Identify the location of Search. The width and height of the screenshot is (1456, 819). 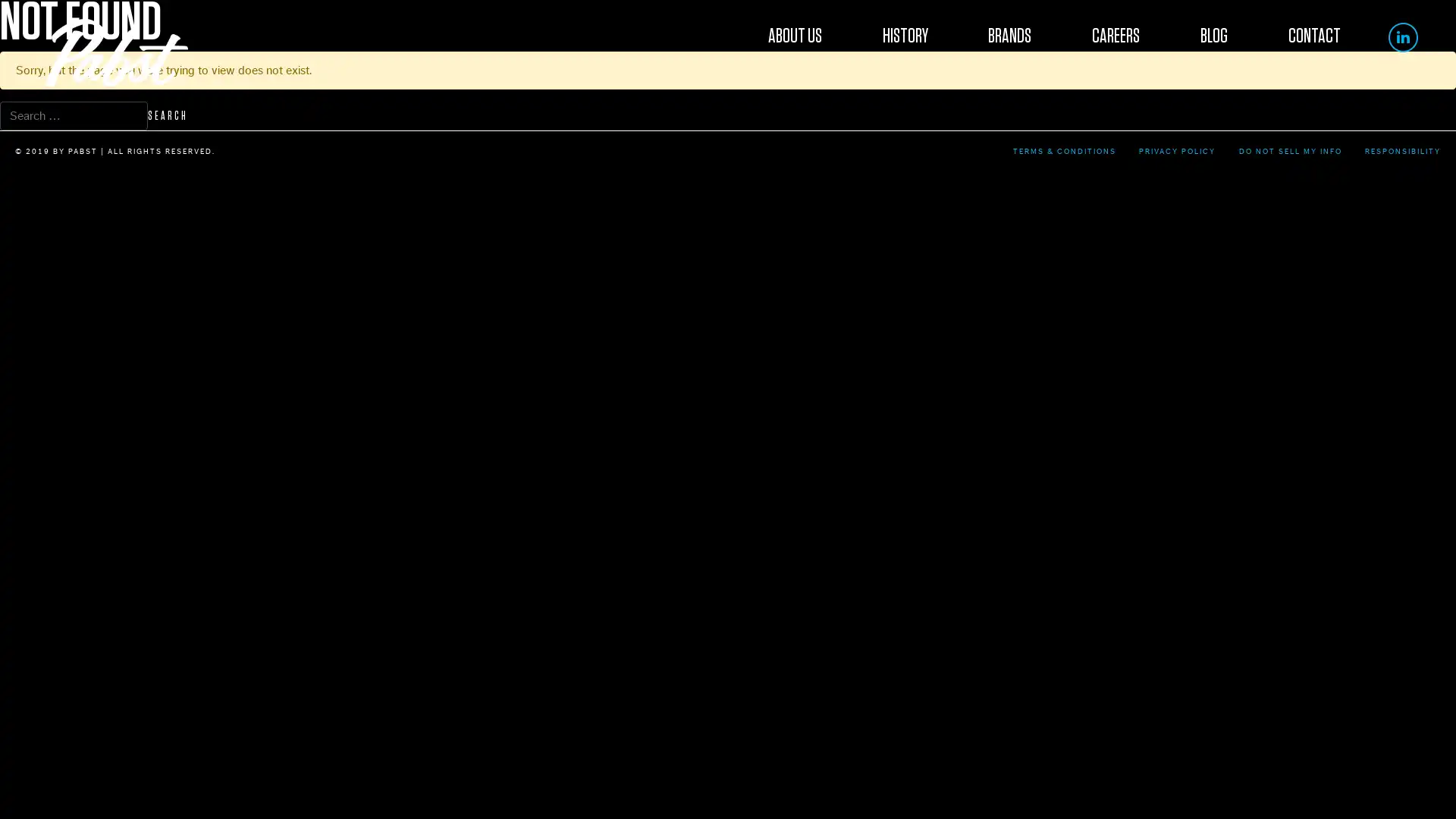
(168, 115).